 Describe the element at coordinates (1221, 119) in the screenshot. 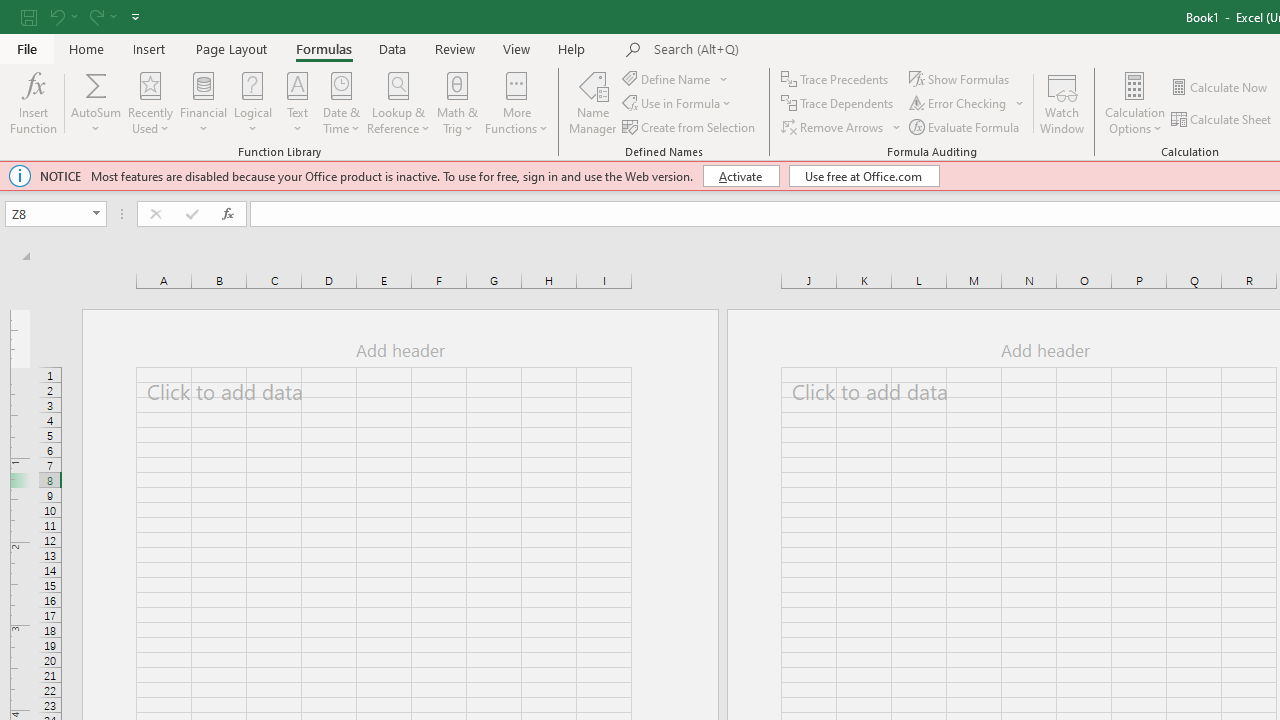

I see `'Calculate Sheet'` at that location.